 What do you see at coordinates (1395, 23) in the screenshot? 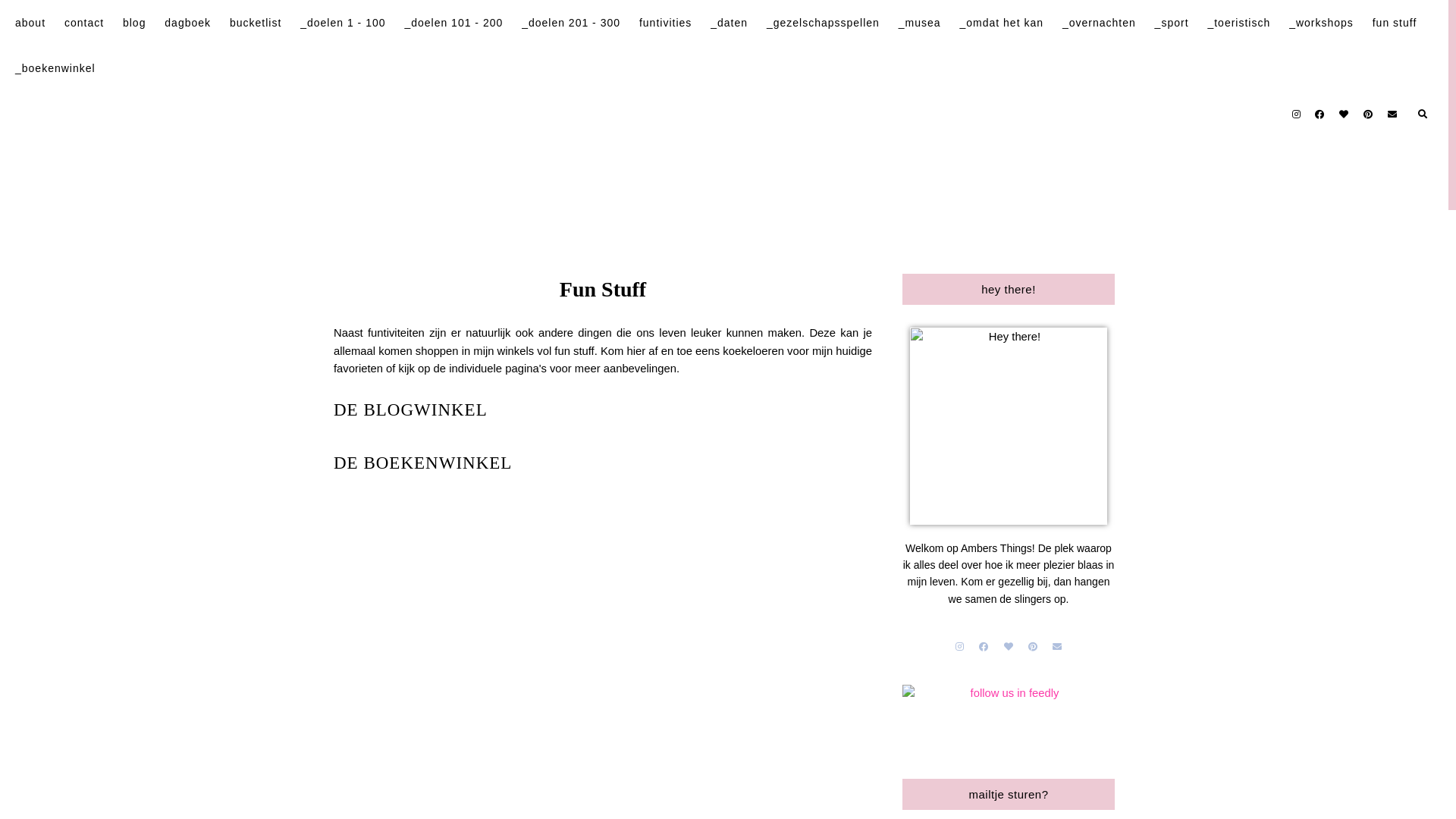
I see `'fun stuff'` at bounding box center [1395, 23].